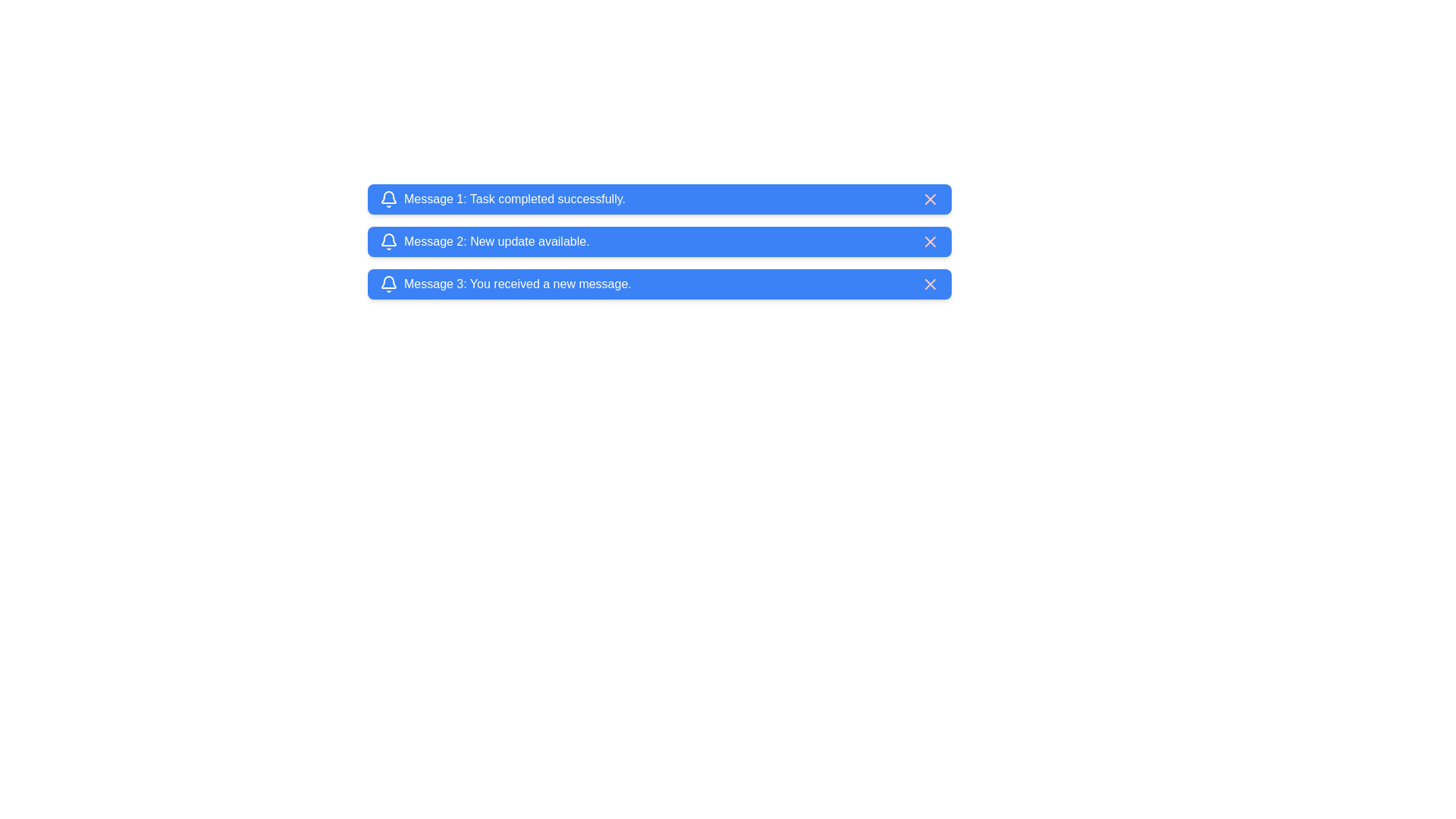 The width and height of the screenshot is (1456, 819). I want to click on the red 'X' close icon located on the far right side of the second blue notification bar containing the message 'Message 2: New update available.', so click(930, 241).